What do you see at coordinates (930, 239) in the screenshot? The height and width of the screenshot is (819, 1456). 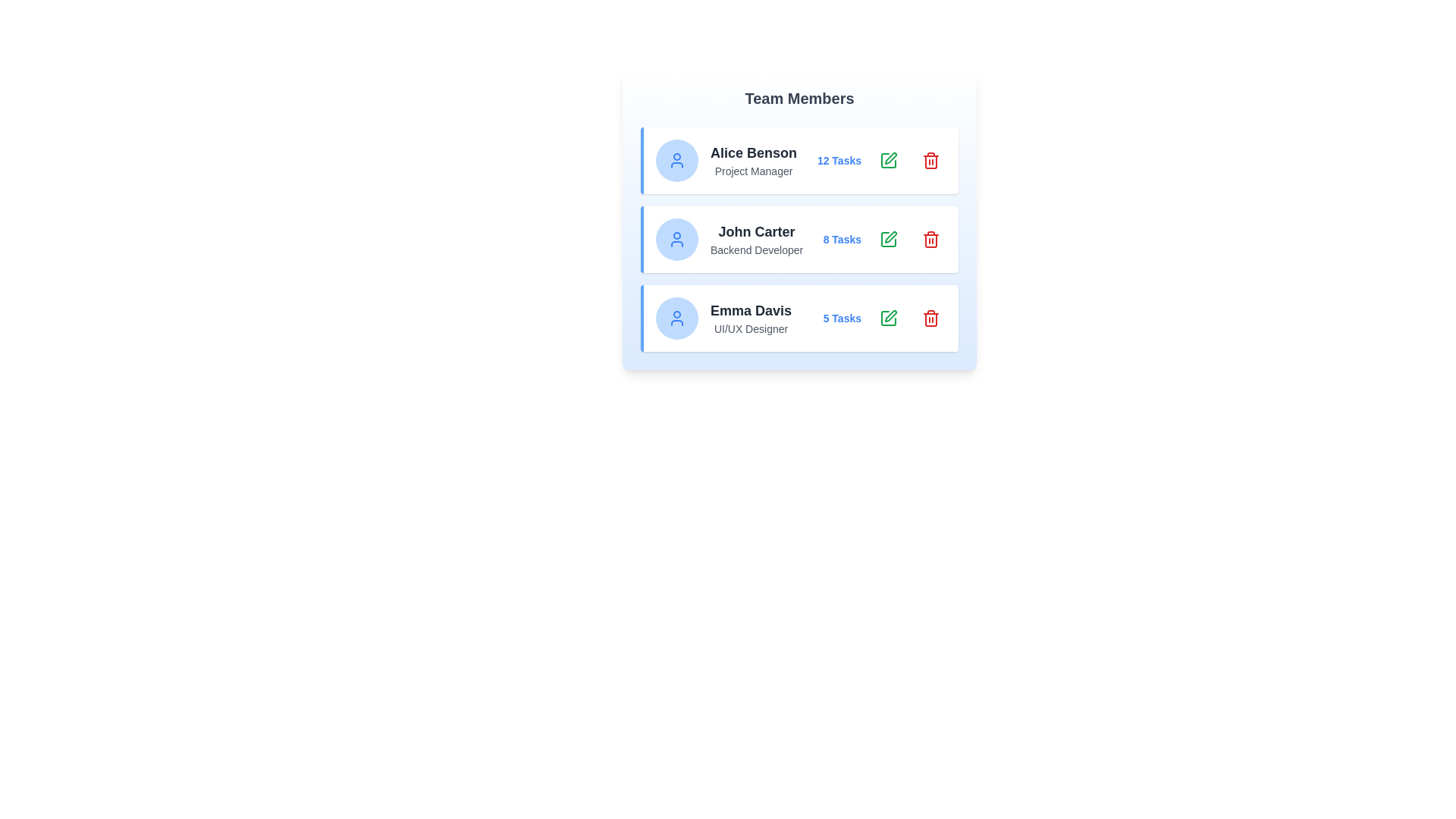 I see `the 'Remove' button for the team member identified by John Carter` at bounding box center [930, 239].